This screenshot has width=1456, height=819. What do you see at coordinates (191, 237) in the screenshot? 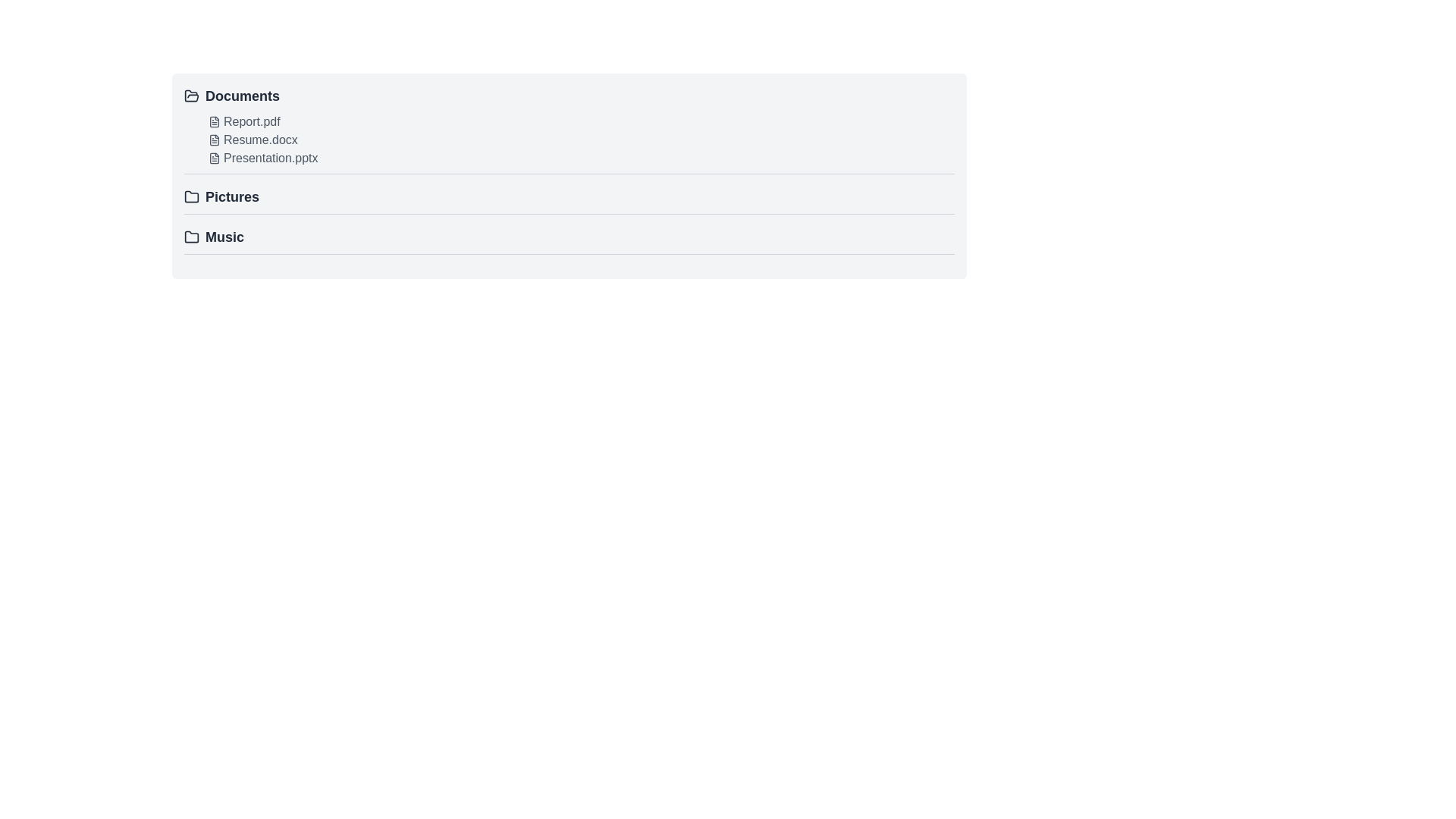
I see `the folder icon next to the 'Music' label` at bounding box center [191, 237].